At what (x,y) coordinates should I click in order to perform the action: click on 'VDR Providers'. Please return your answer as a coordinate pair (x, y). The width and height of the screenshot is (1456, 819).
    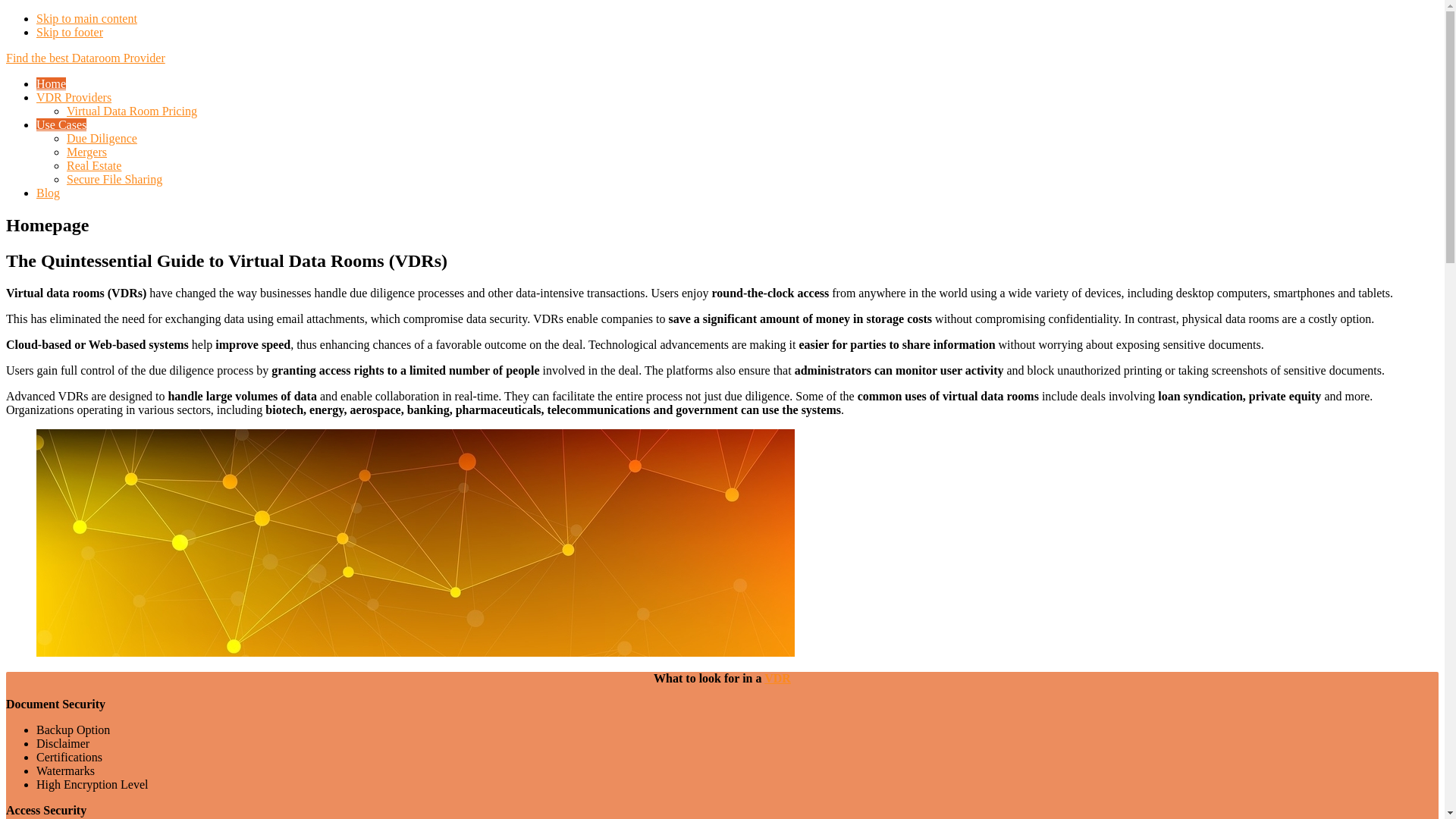
    Looking at the image, I should click on (73, 97).